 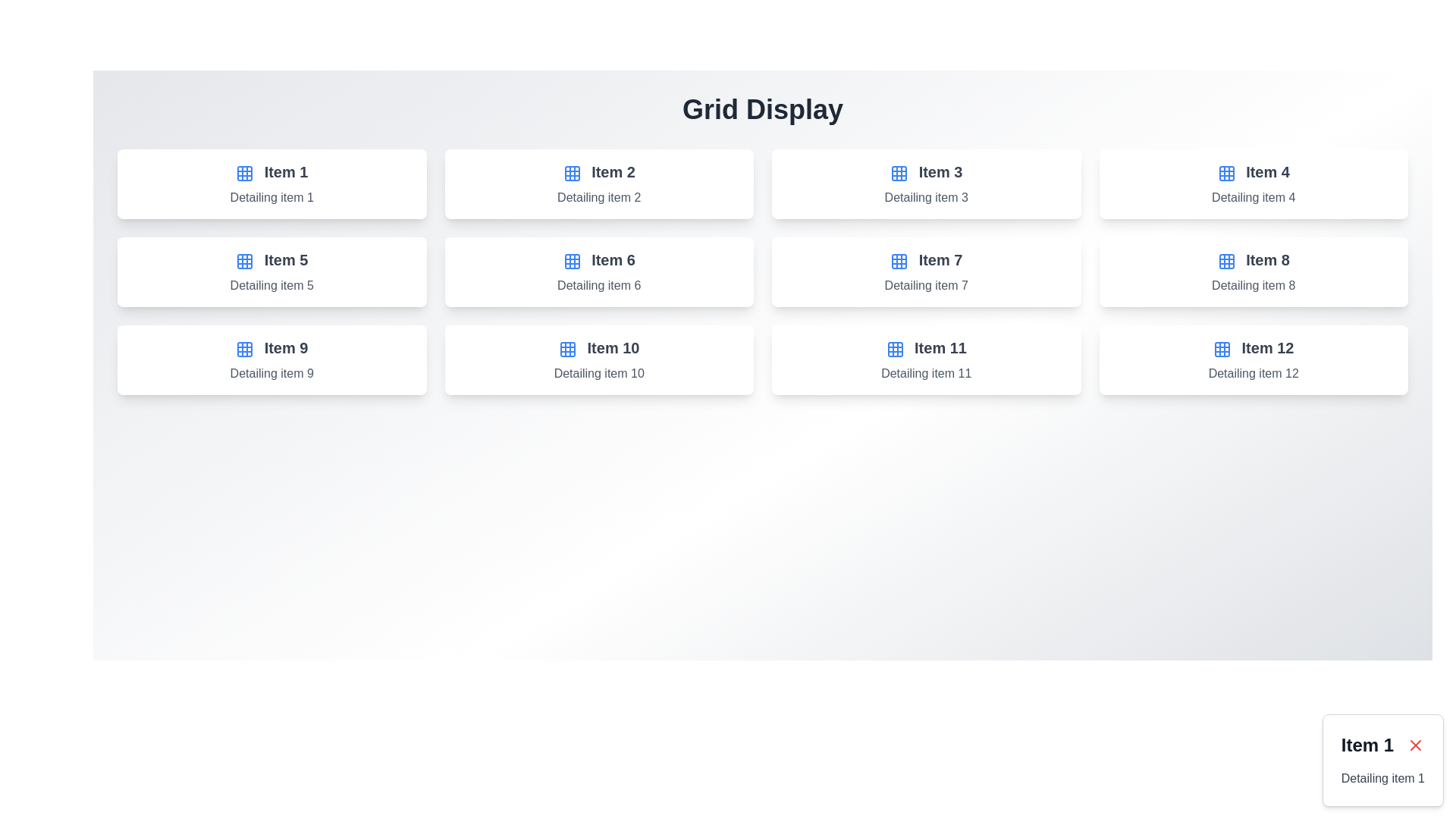 What do you see at coordinates (925, 374) in the screenshot?
I see `descriptive label text located within the 'Item 11' card, which is positioned in the bottom row, third from the left in a 4x3 grid layout, and is the second text element below the icon and title` at bounding box center [925, 374].